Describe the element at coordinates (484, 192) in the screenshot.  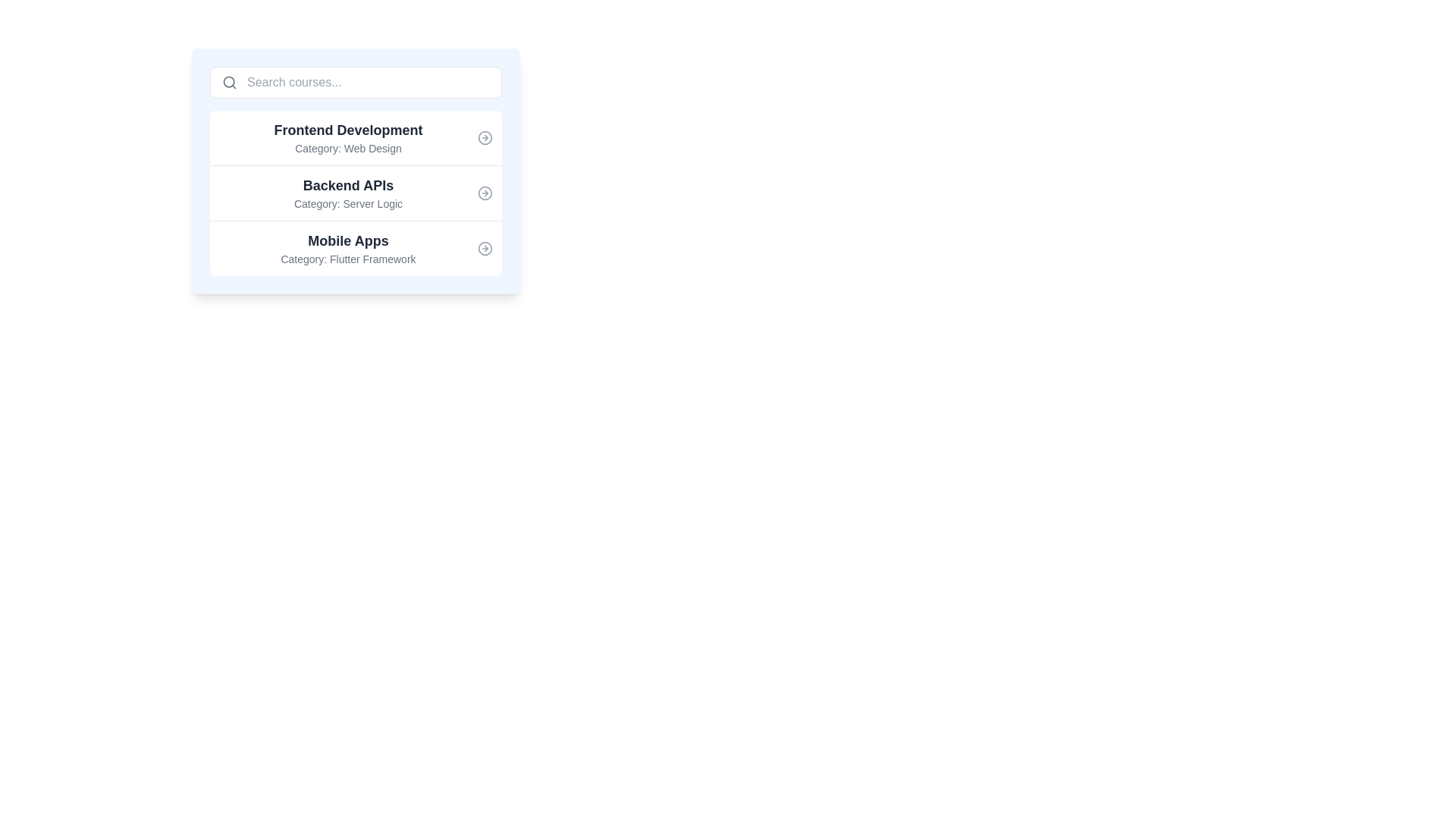
I see `the navigation icon located to the far right of the 'Backend APIs' list item` at that location.